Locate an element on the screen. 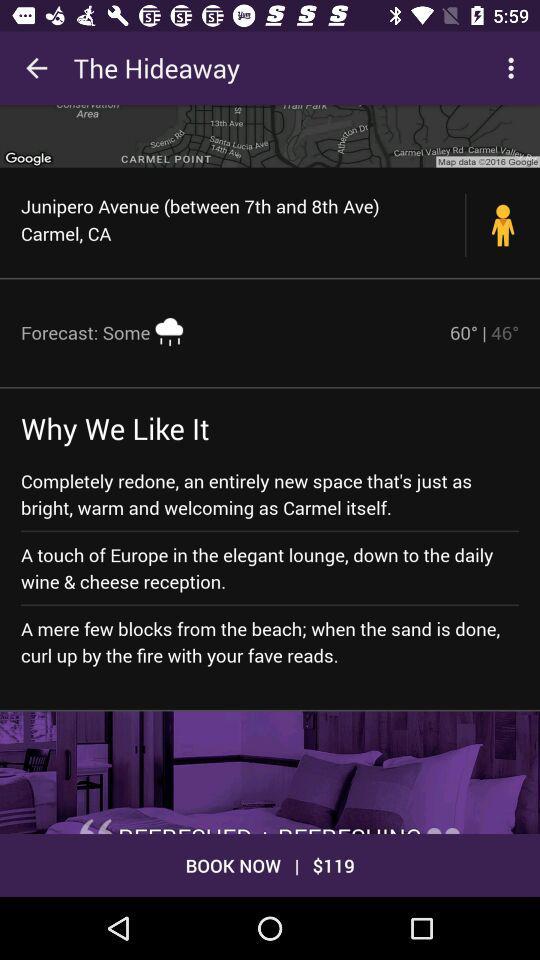 Image resolution: width=540 pixels, height=960 pixels. item above completely redone an icon is located at coordinates (483, 332).